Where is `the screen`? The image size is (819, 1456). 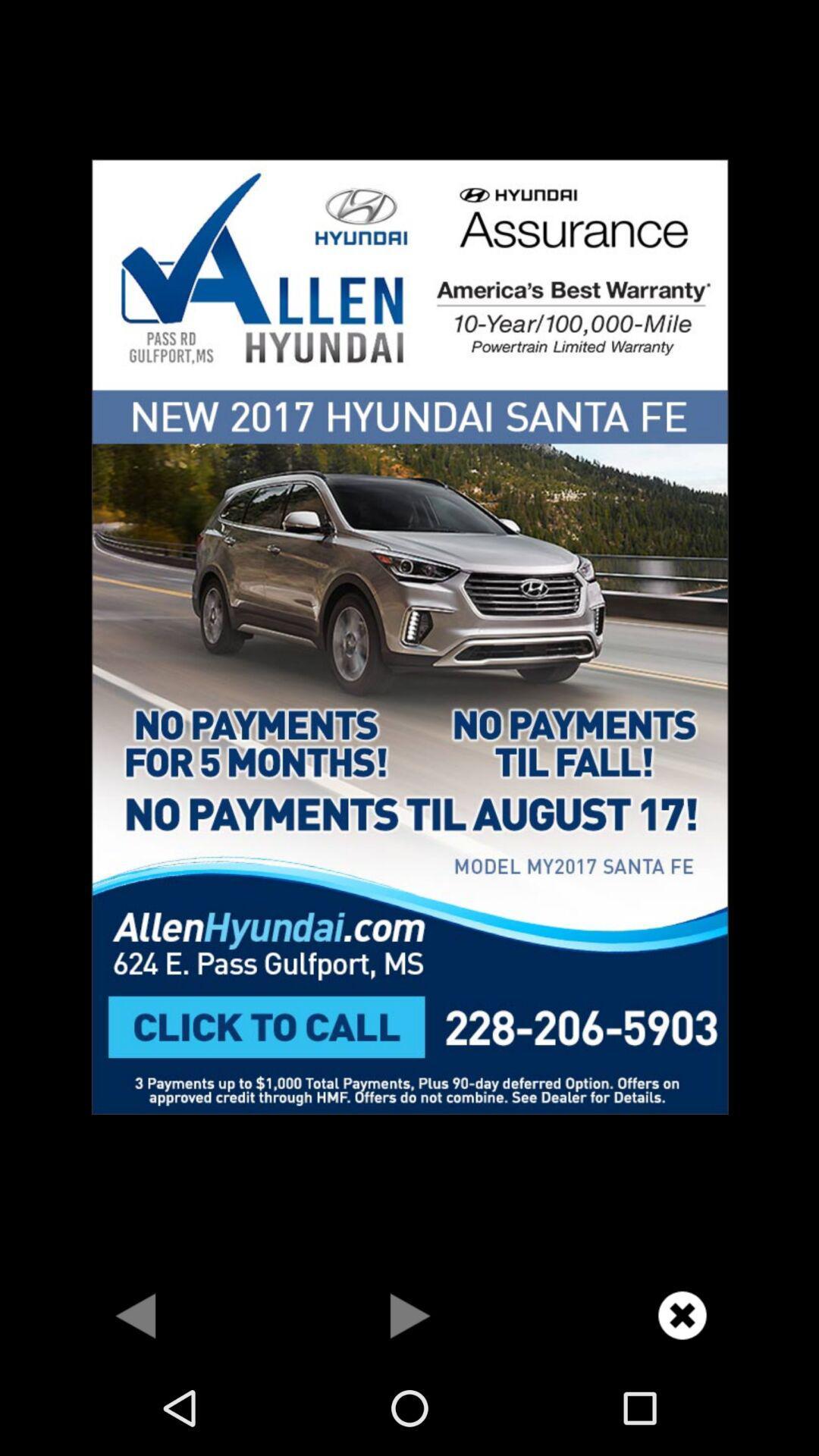 the screen is located at coordinates (681, 1314).